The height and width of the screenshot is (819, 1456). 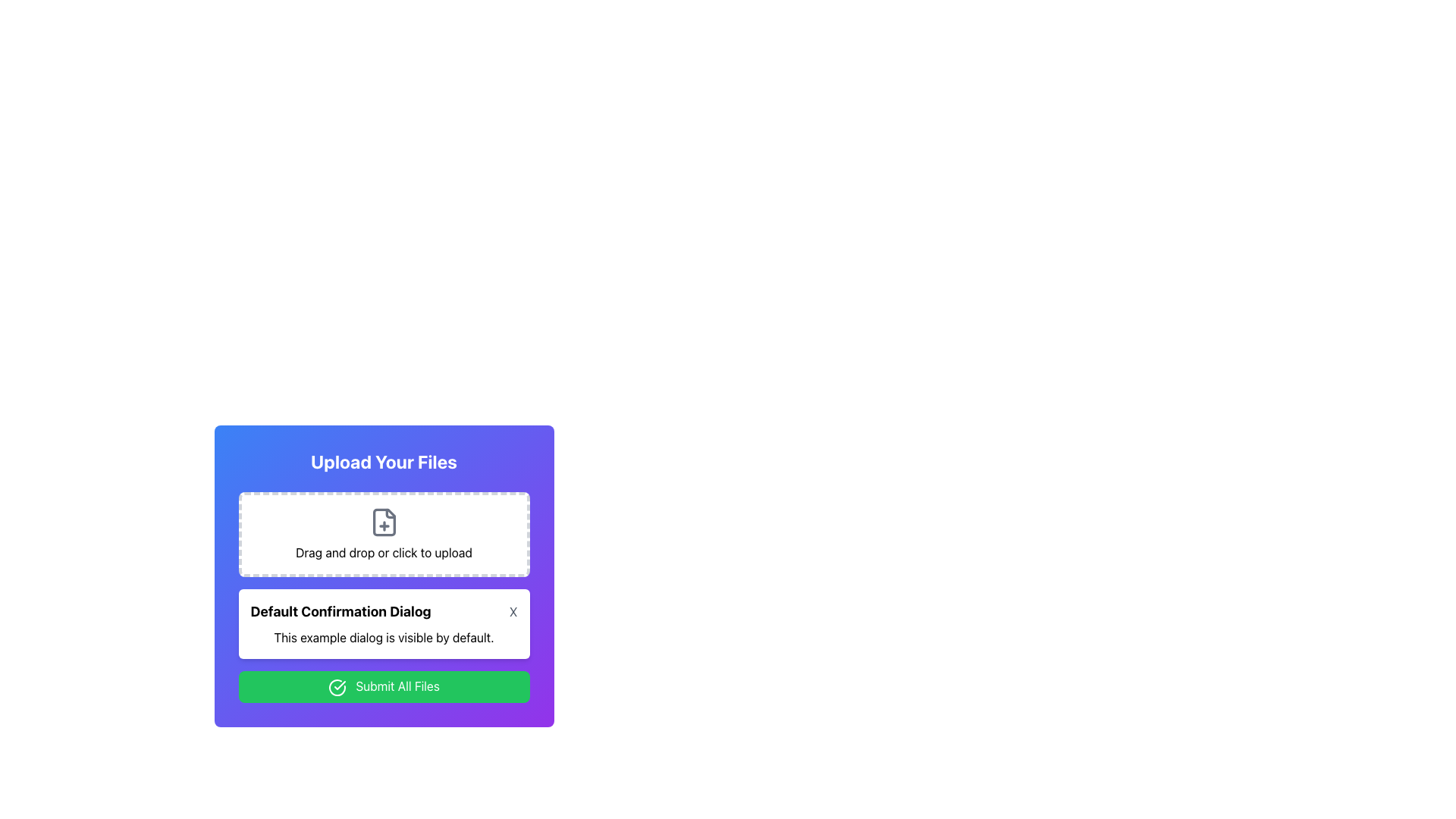 I want to click on the icon resembling a sheet of paper with a plus sign, located at the center of the dashed rectangular box labeled 'Drag and drop or click to upload' within the 'Upload Your Files' section, so click(x=384, y=522).